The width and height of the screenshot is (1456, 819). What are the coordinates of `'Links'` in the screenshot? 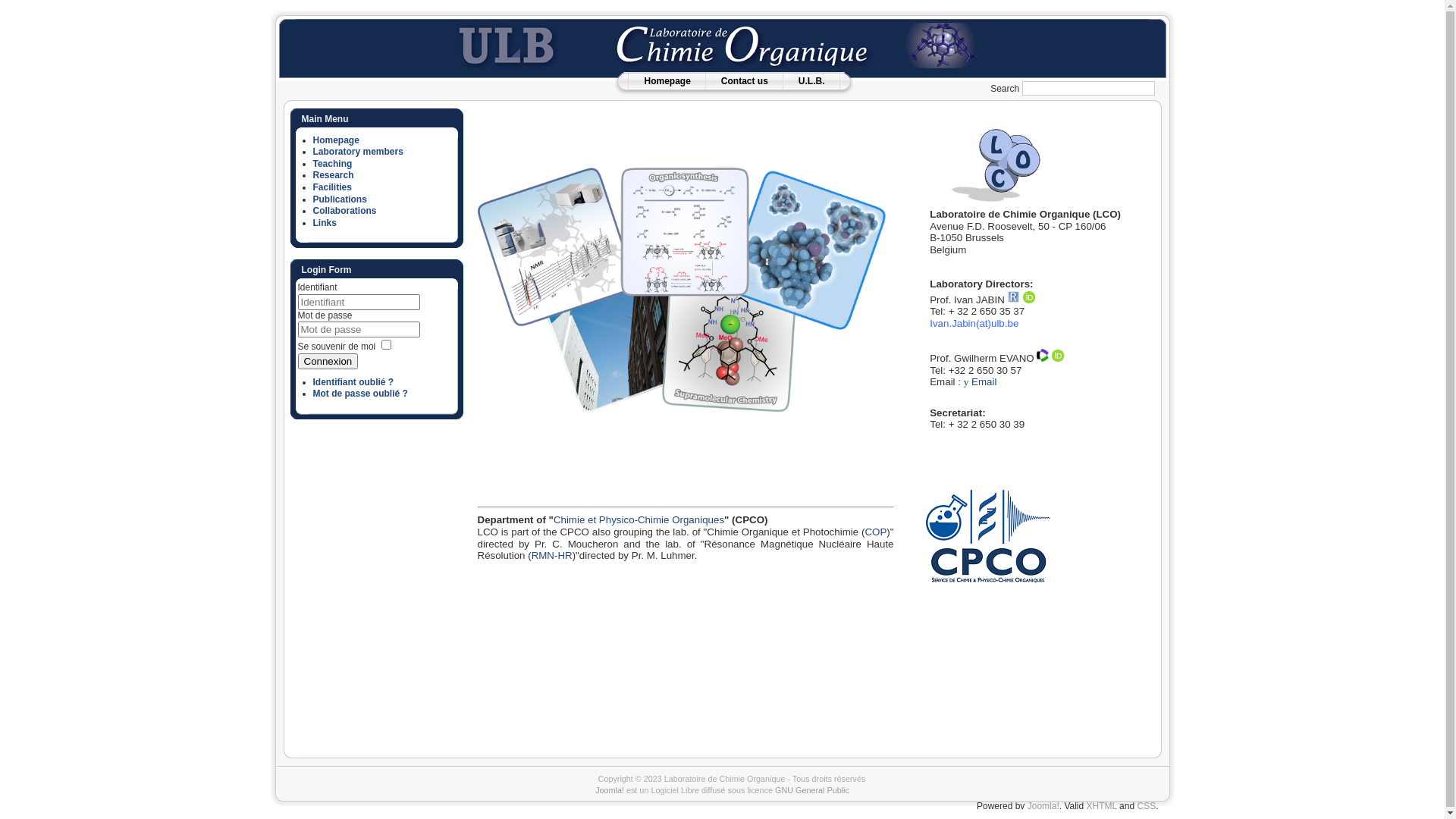 It's located at (312, 222).